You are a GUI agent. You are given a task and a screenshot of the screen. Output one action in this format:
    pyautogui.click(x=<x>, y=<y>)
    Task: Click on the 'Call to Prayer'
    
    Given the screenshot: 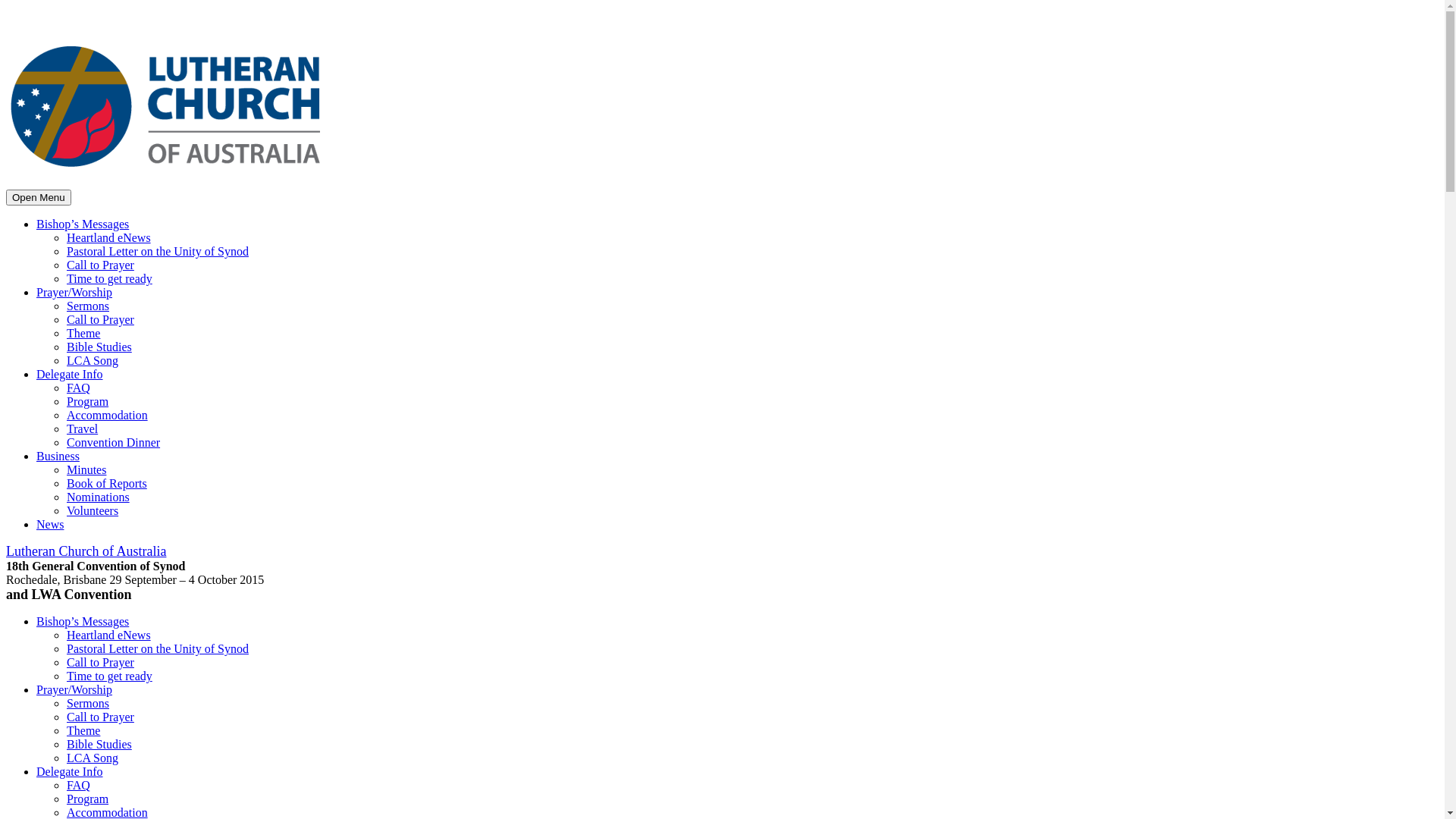 What is the action you would take?
    pyautogui.click(x=99, y=318)
    